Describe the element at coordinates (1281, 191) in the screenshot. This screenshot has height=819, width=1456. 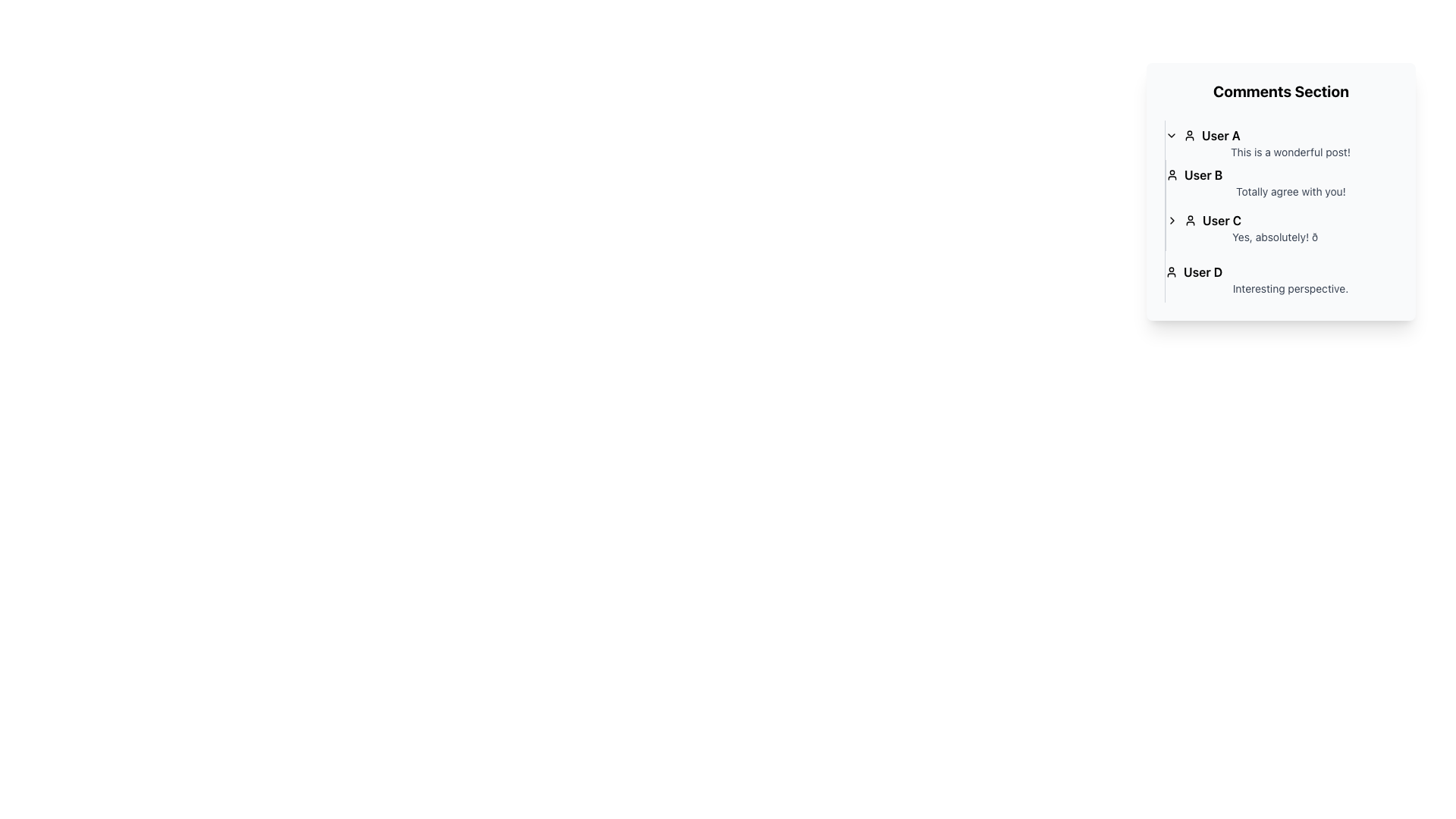
I see `text content of the comment labeled 'Totally agree with you!' from User B, which is located in the comments section beneath User B's username and icon` at that location.